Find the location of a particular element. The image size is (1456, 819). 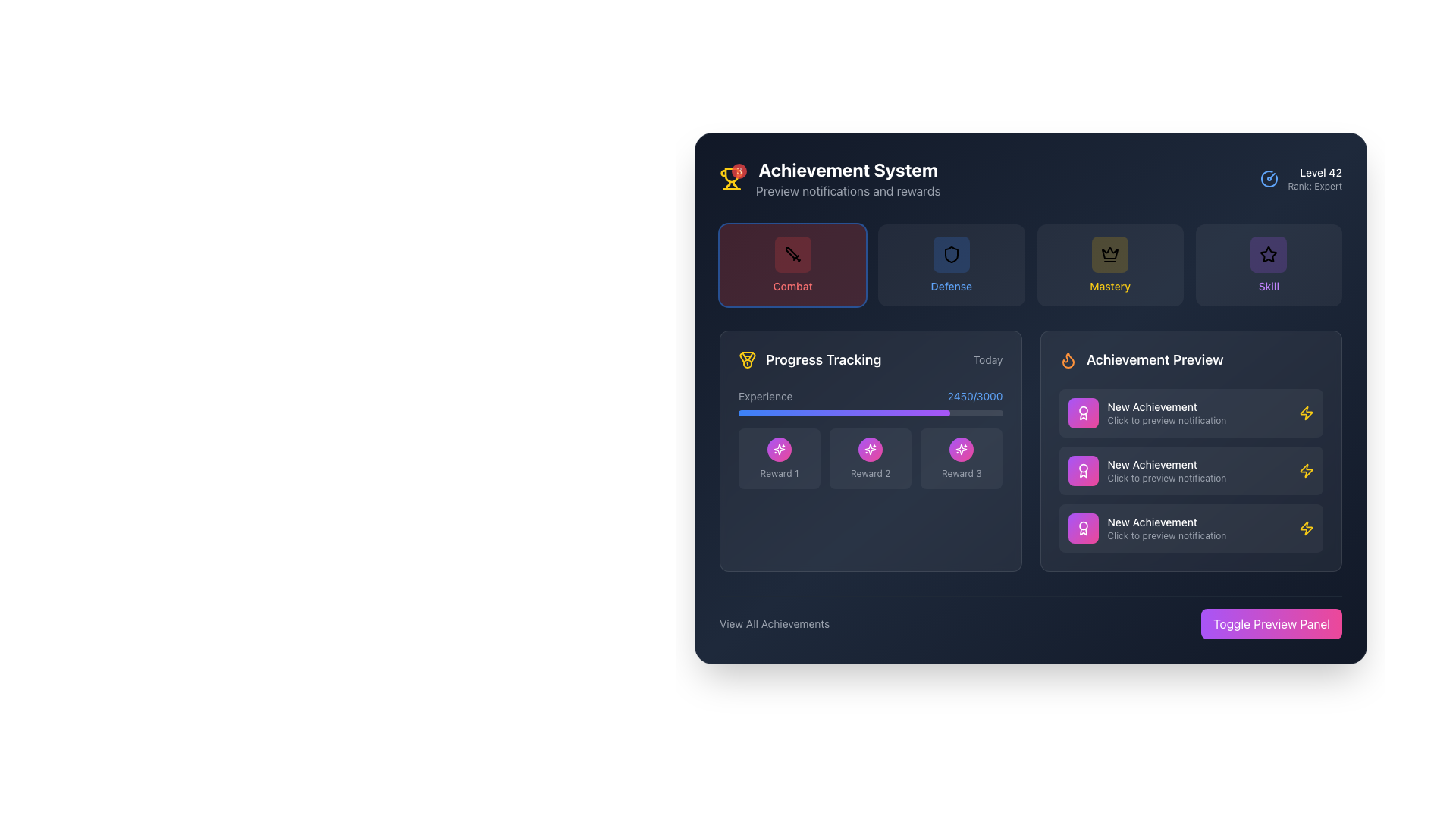

the label element that reads 'Click is located at coordinates (1197, 479).